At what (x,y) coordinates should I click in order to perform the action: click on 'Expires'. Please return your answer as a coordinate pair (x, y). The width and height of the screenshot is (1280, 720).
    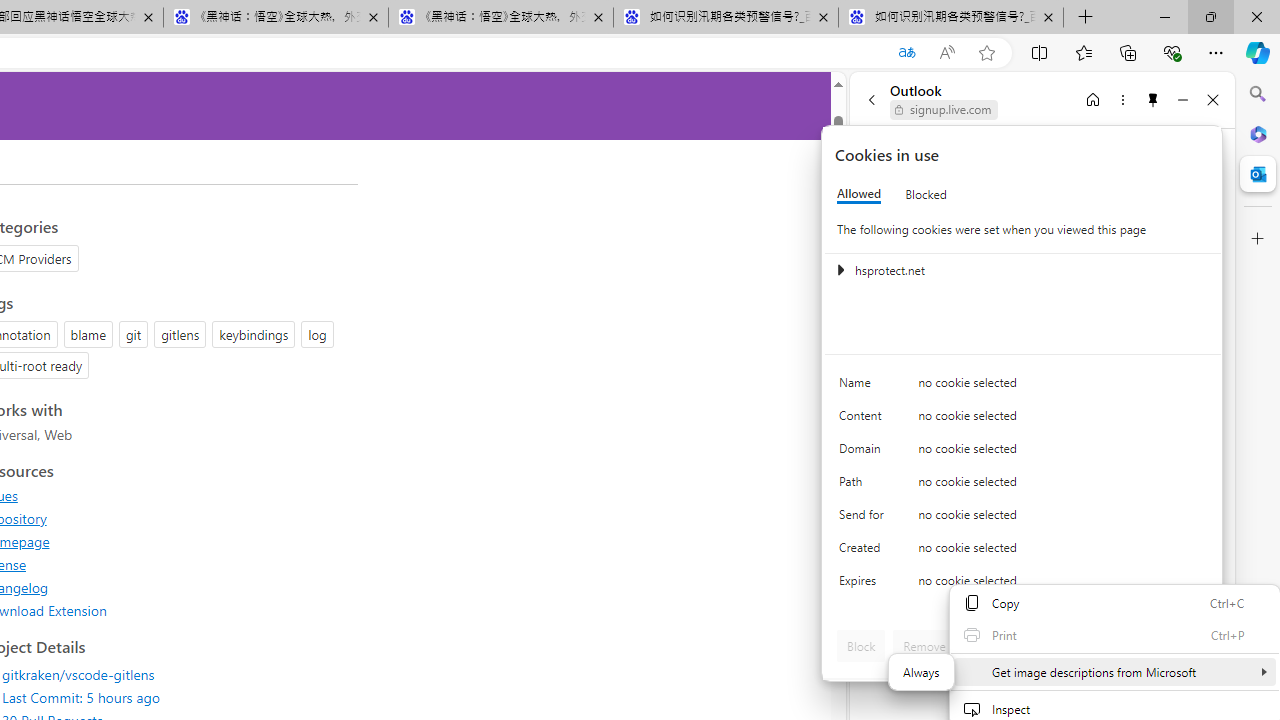
    Looking at the image, I should click on (865, 585).